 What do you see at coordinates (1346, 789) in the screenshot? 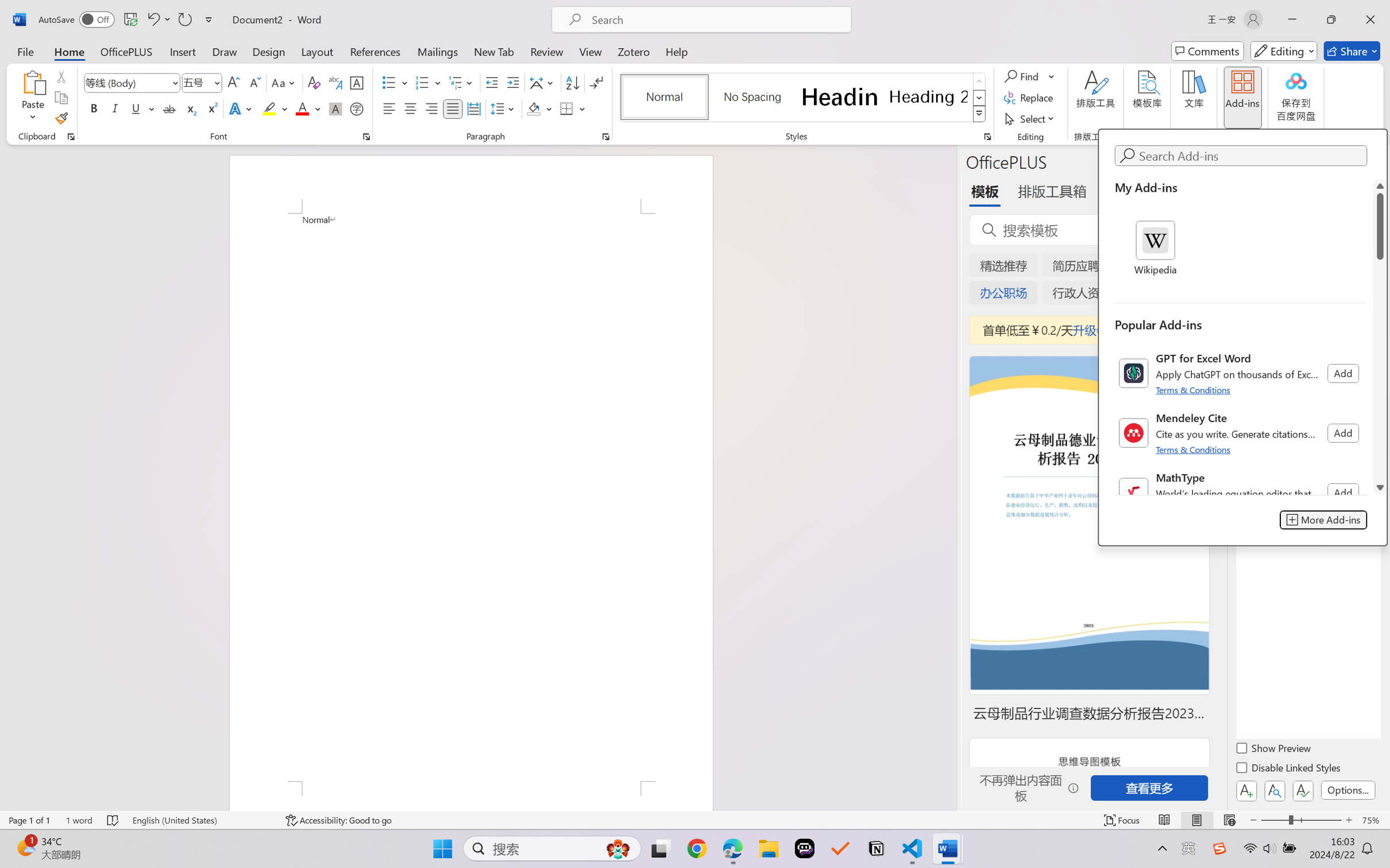
I see `'Options...'` at bounding box center [1346, 789].